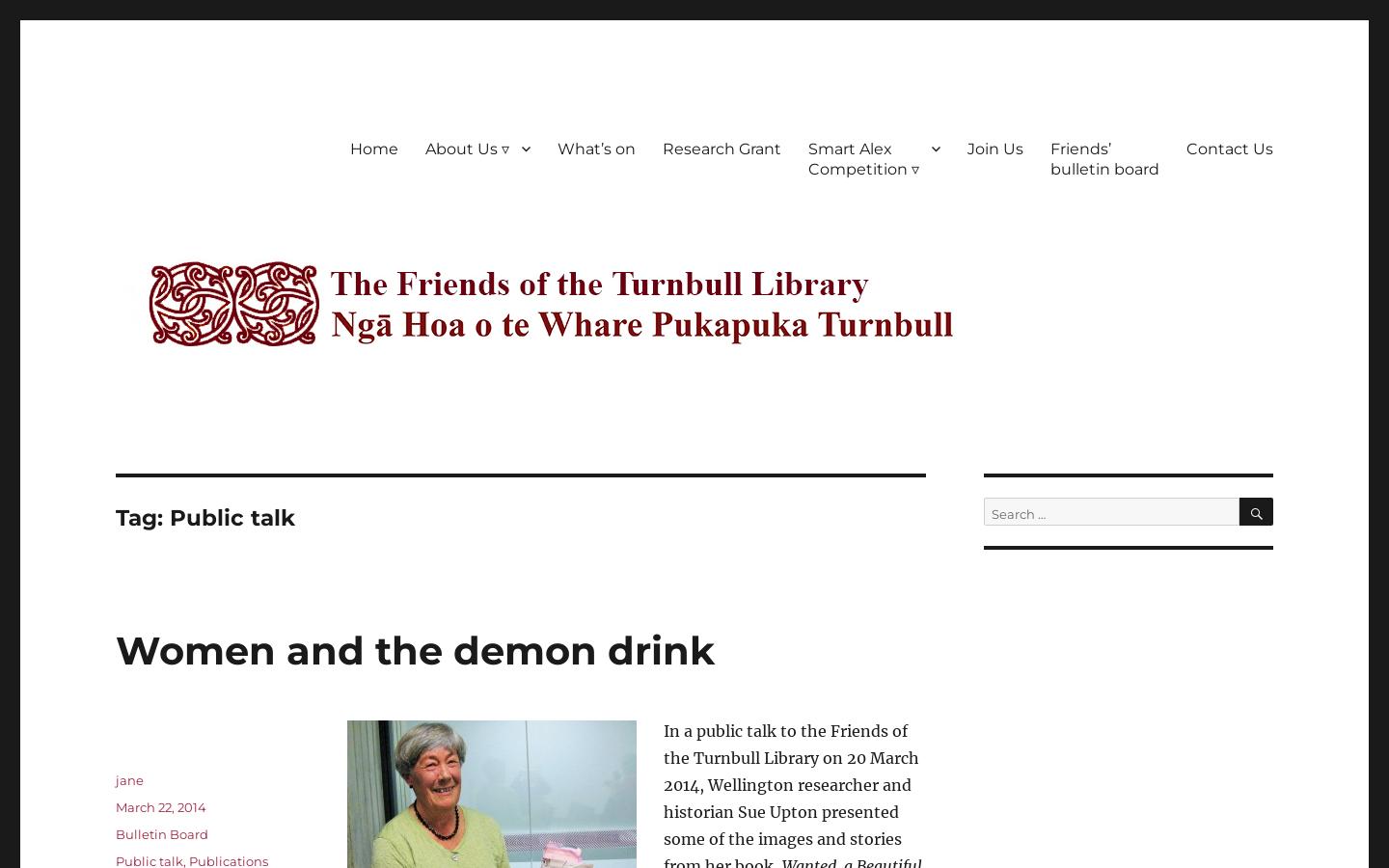 The height and width of the screenshot is (868, 1389). Describe the element at coordinates (372, 148) in the screenshot. I see `'Home'` at that location.